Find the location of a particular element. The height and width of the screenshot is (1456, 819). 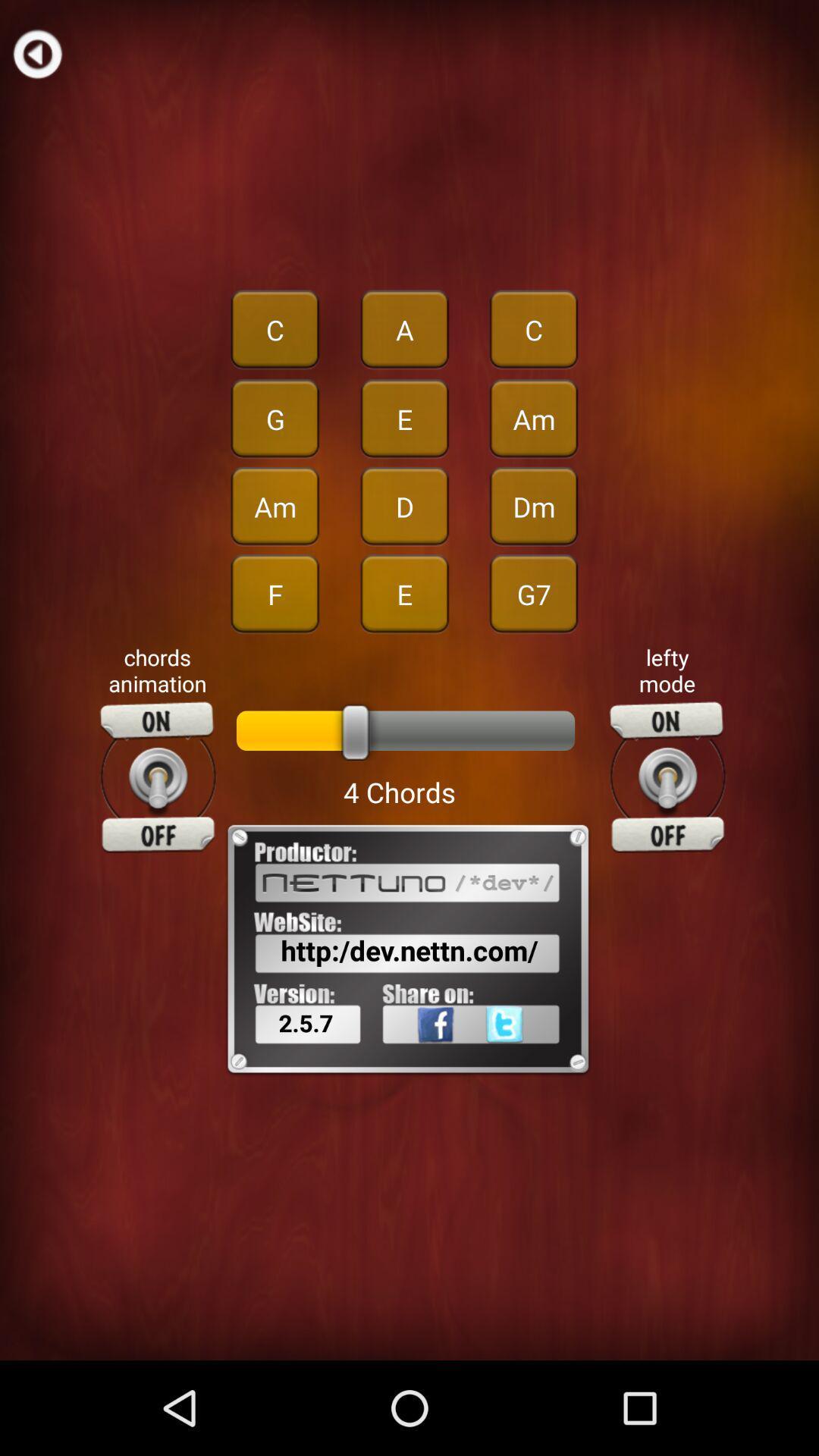

share on twitter is located at coordinates (528, 1057).